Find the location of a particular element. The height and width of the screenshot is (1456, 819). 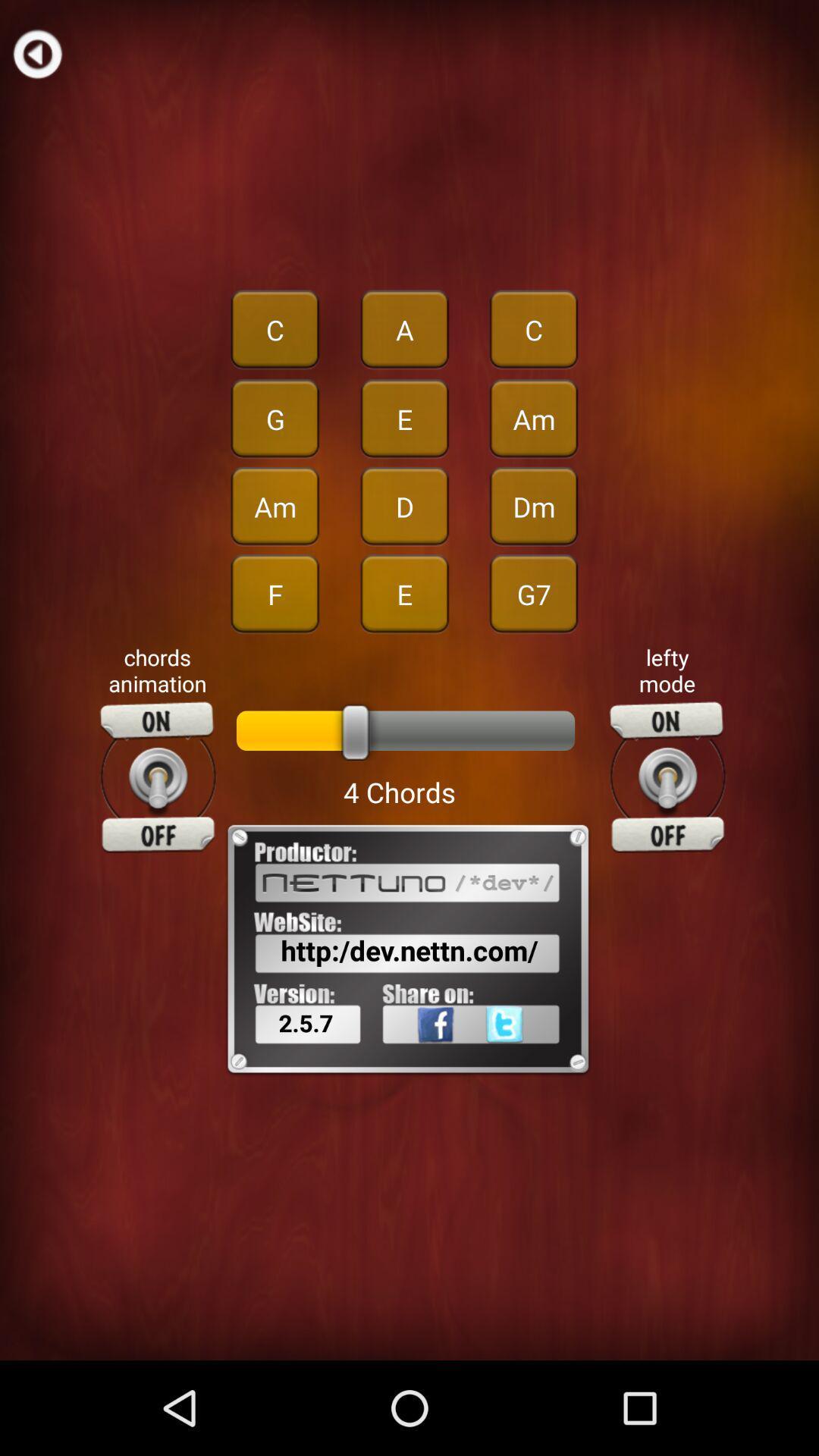

share on twitter is located at coordinates (528, 1057).